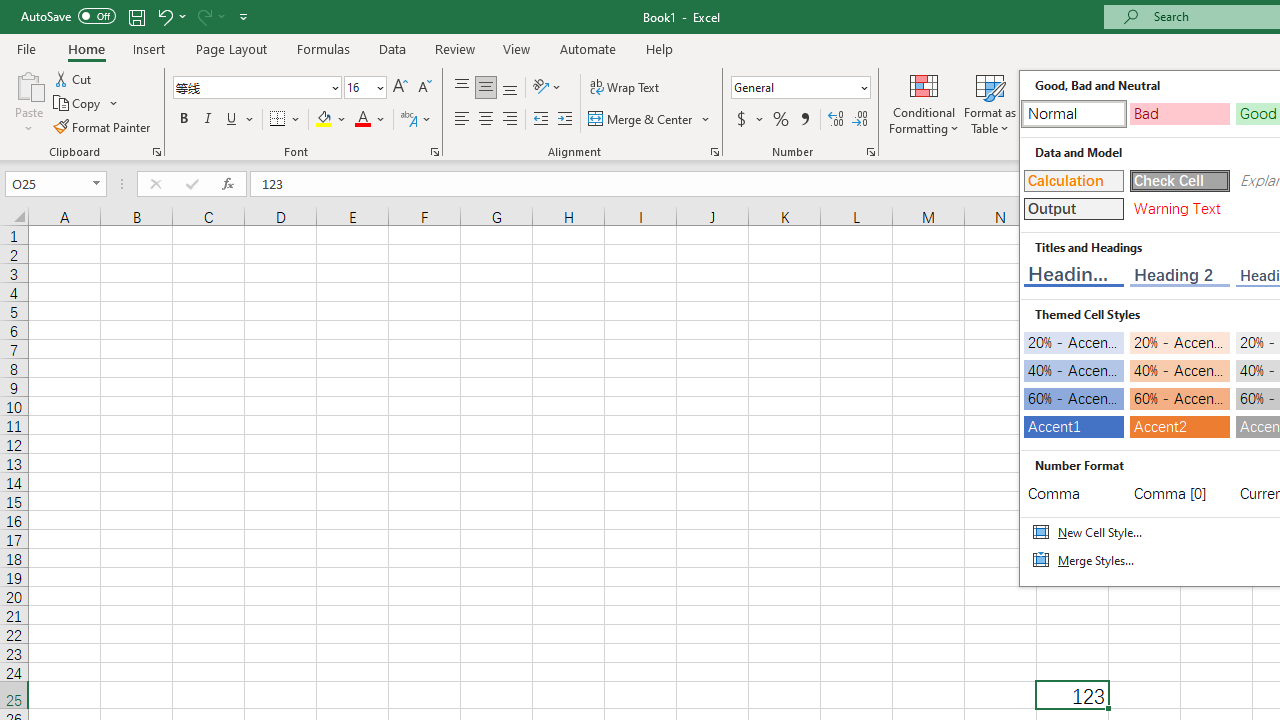 This screenshot has width=1280, height=720. I want to click on 'Decrease Decimal', so click(859, 119).